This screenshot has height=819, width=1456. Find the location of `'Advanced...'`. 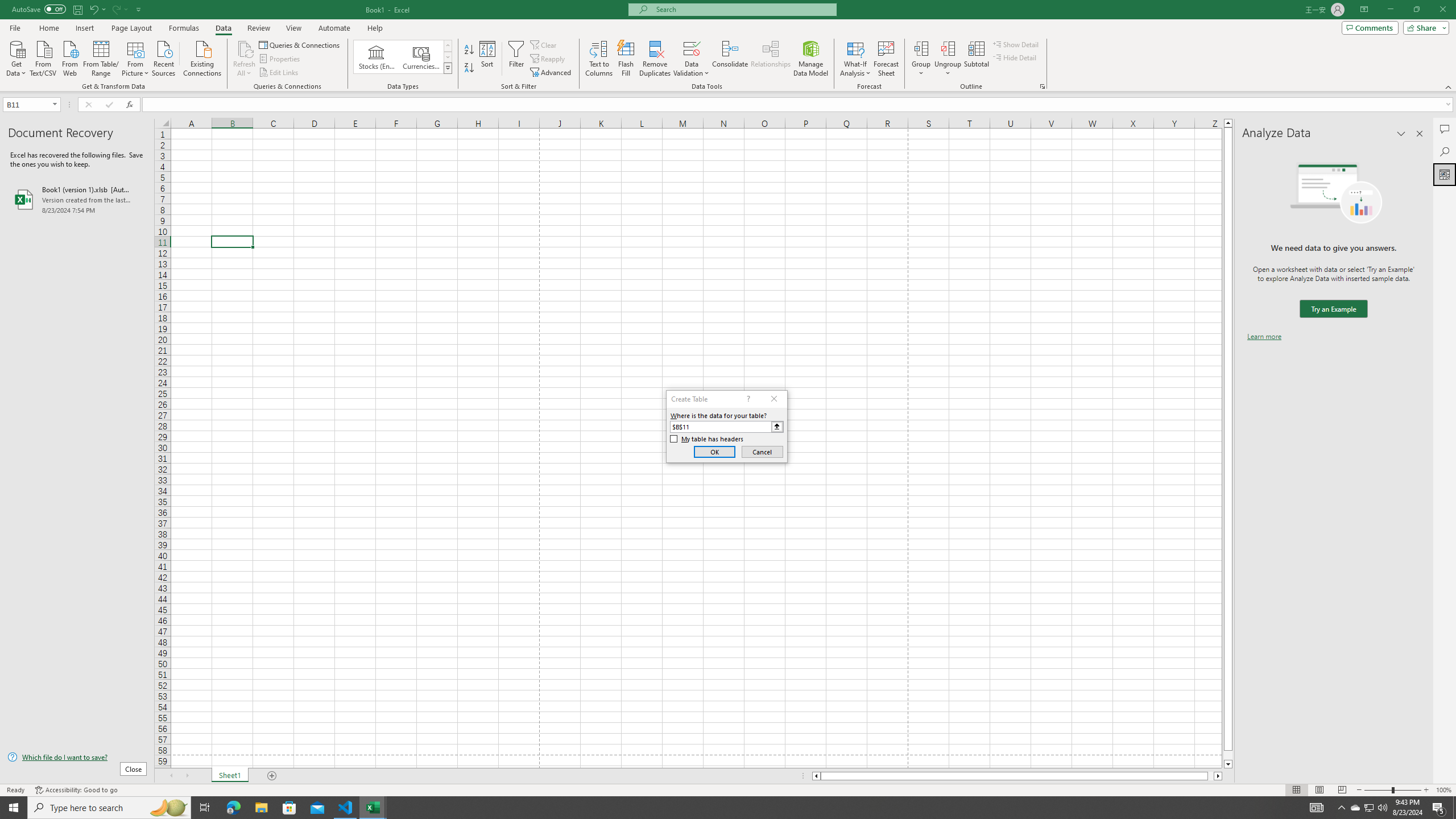

'Advanced...' is located at coordinates (552, 72).